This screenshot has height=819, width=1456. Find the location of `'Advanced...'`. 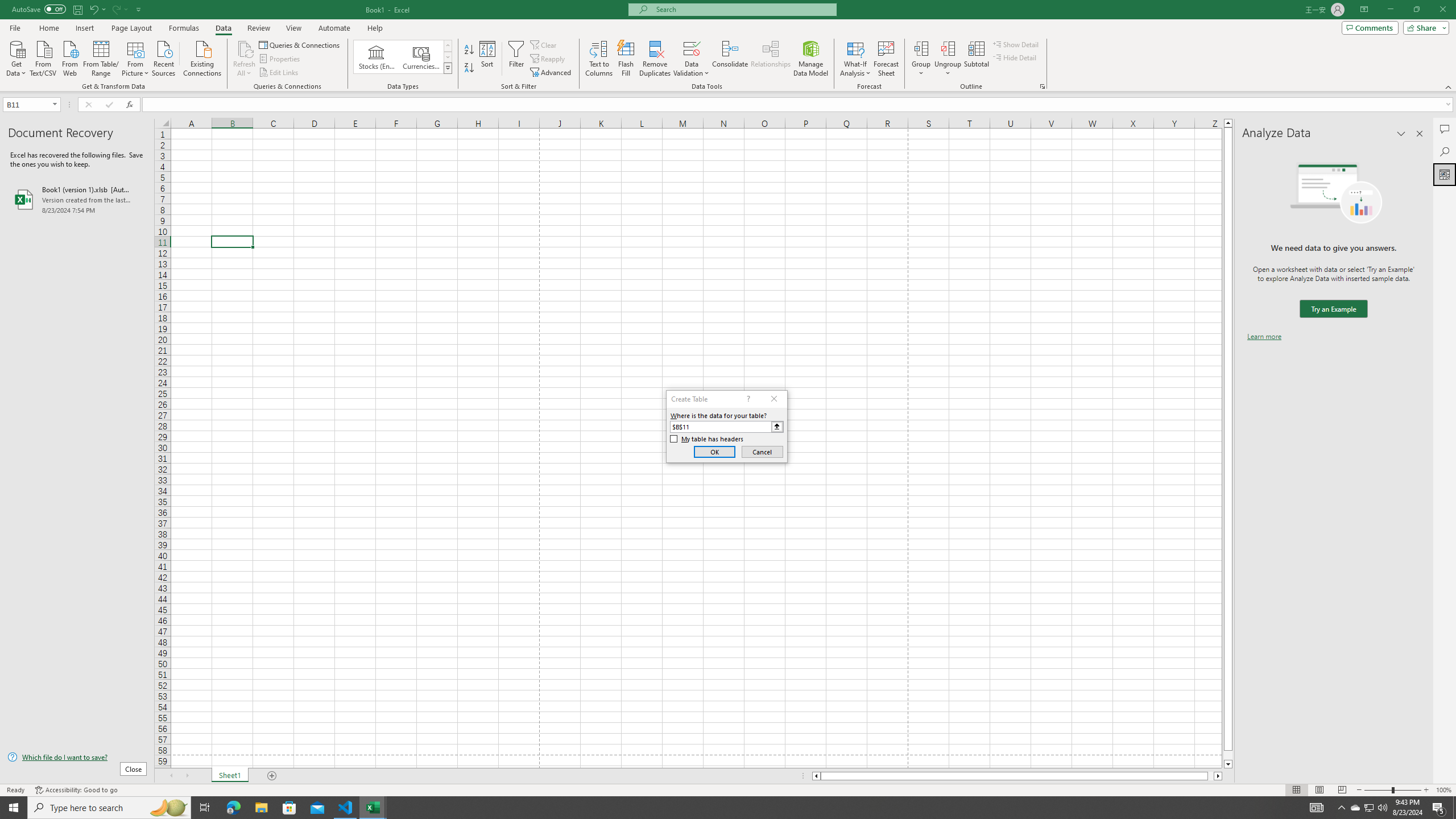

'Advanced...' is located at coordinates (552, 72).